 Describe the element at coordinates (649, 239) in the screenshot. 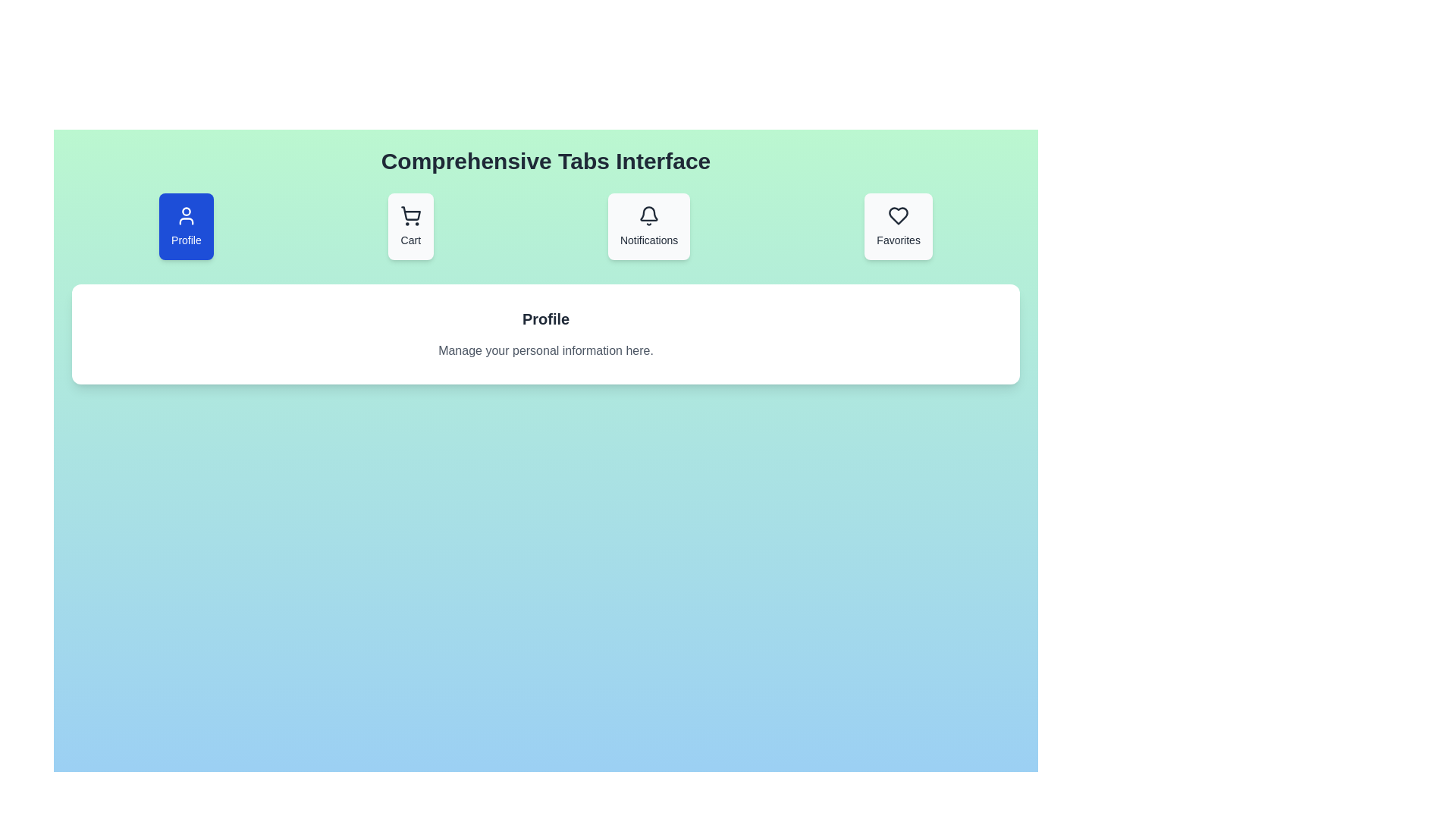

I see `the text label displaying 'Notifications', which is styled minimally and positioned beneath a bell icon within a card-like component` at that location.